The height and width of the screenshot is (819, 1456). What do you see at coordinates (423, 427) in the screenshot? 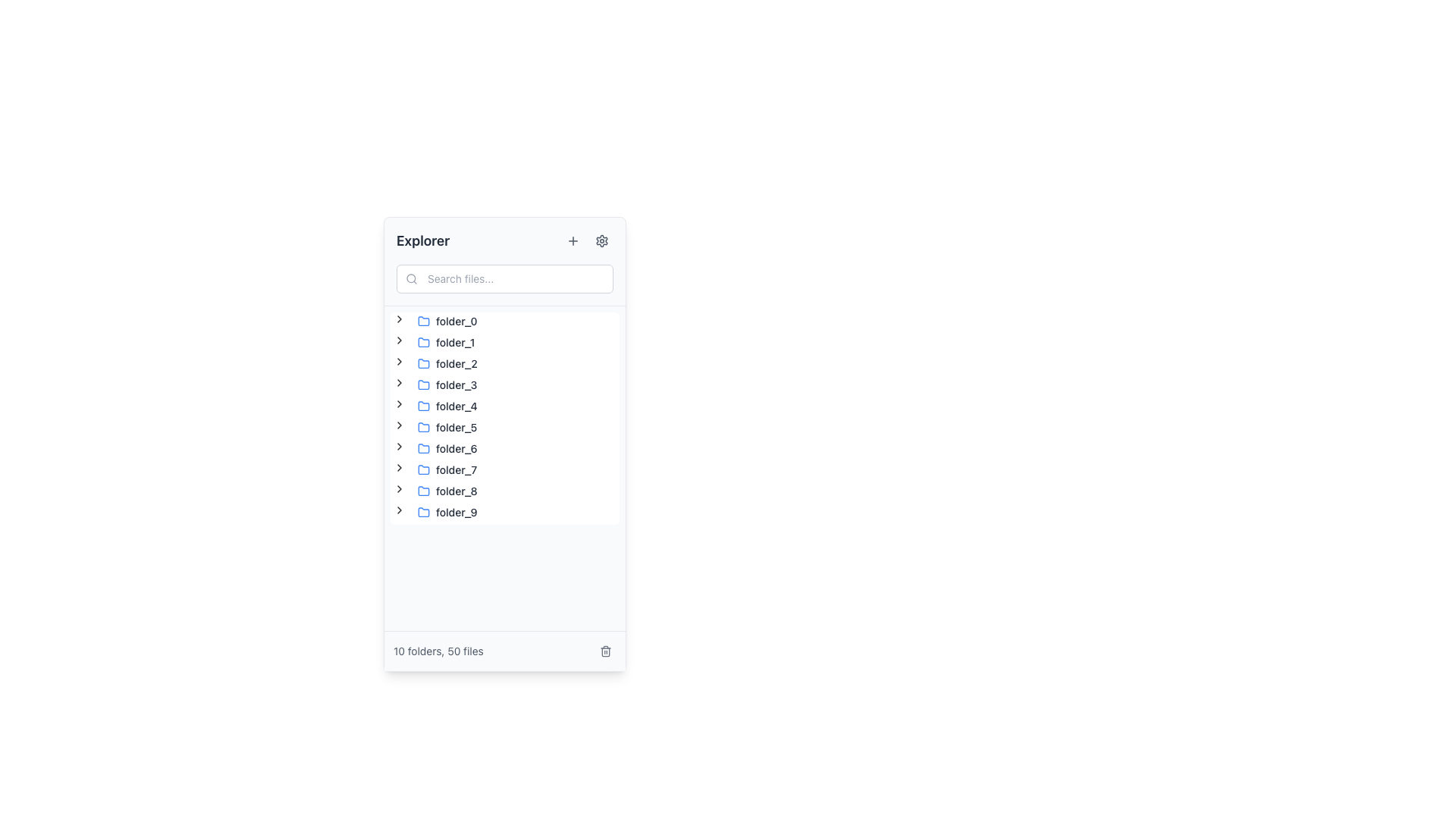
I see `the folder icon representing 'folder_5'` at bounding box center [423, 427].